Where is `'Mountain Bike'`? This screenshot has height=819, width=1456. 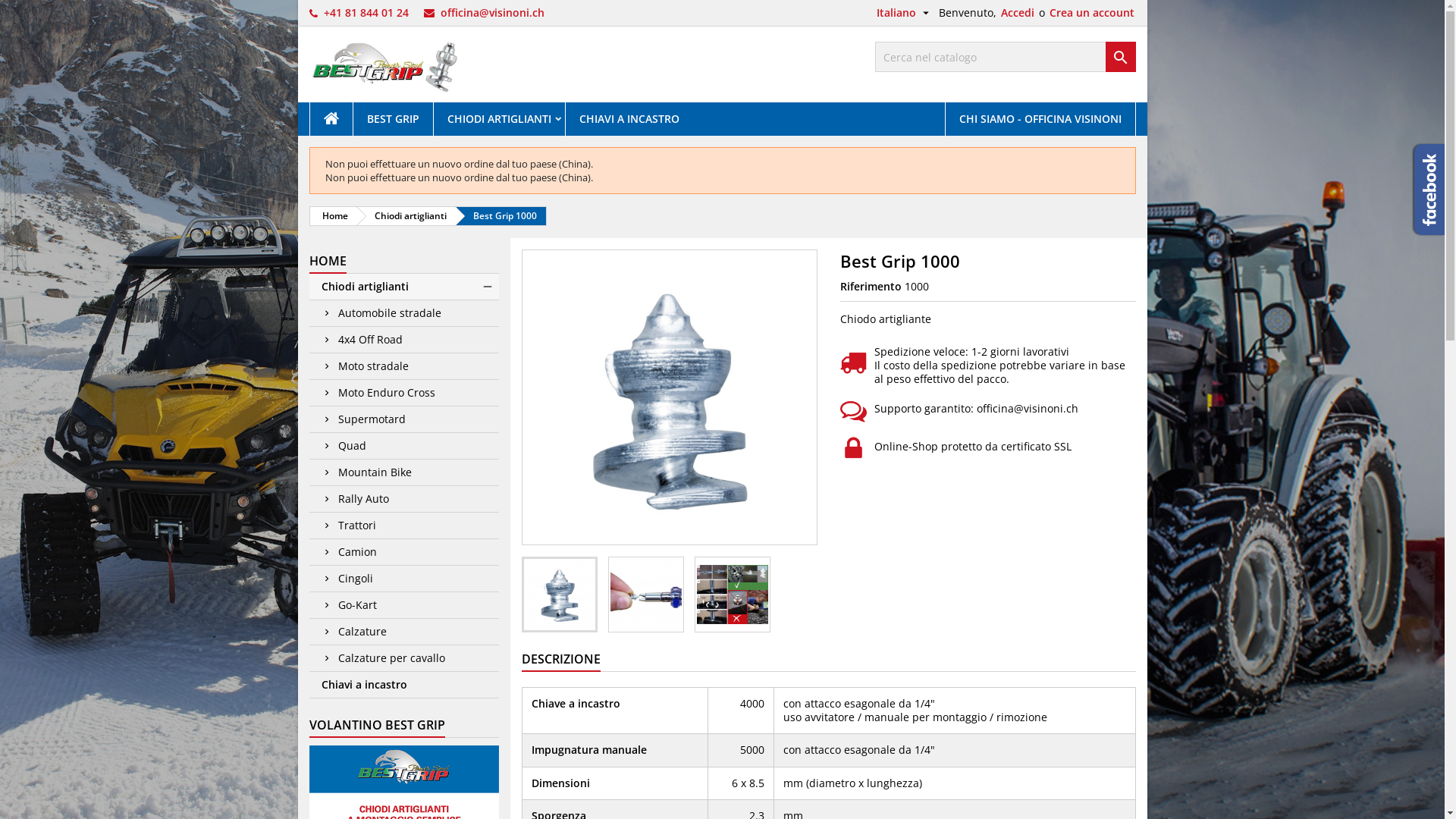
'Mountain Bike' is located at coordinates (403, 472).